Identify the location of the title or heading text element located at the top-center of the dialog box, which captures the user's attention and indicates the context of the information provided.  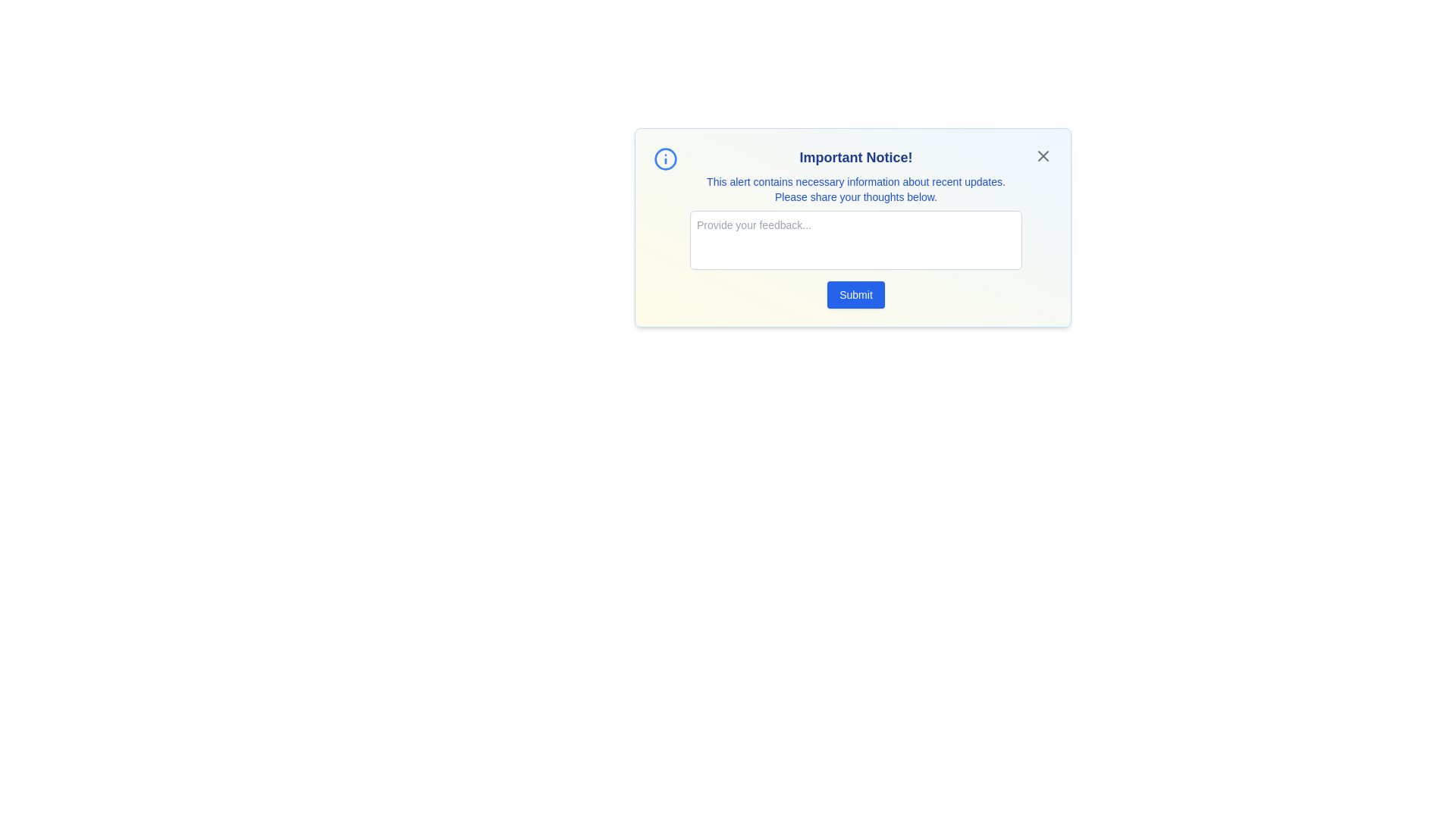
(855, 158).